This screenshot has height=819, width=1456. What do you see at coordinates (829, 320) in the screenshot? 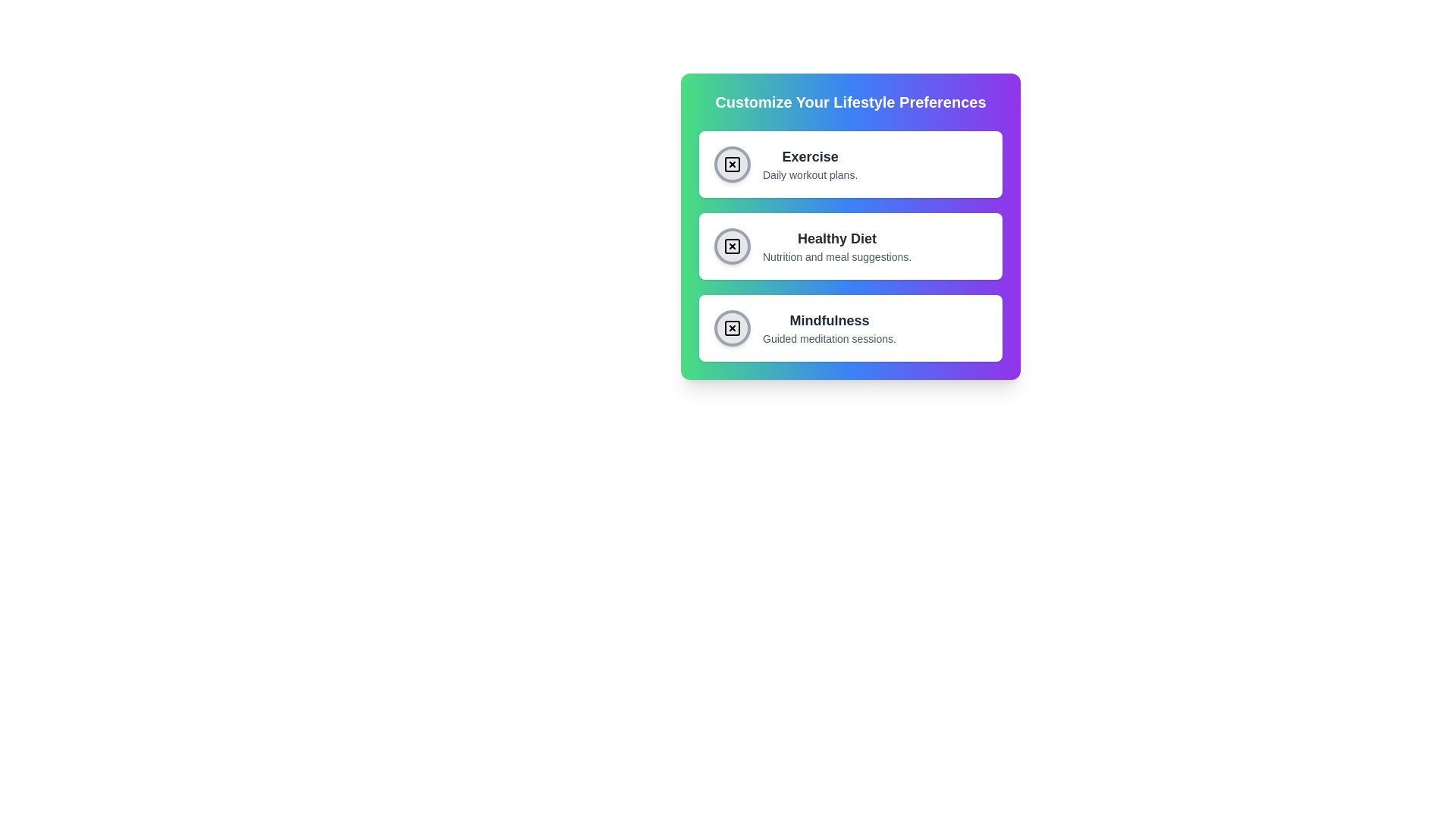
I see `the 'Mindfulness' section title Text Label, which is located in the third box of a vertically stacked list, directly above the descriptive text 'Guided meditation sessions.'` at bounding box center [829, 320].